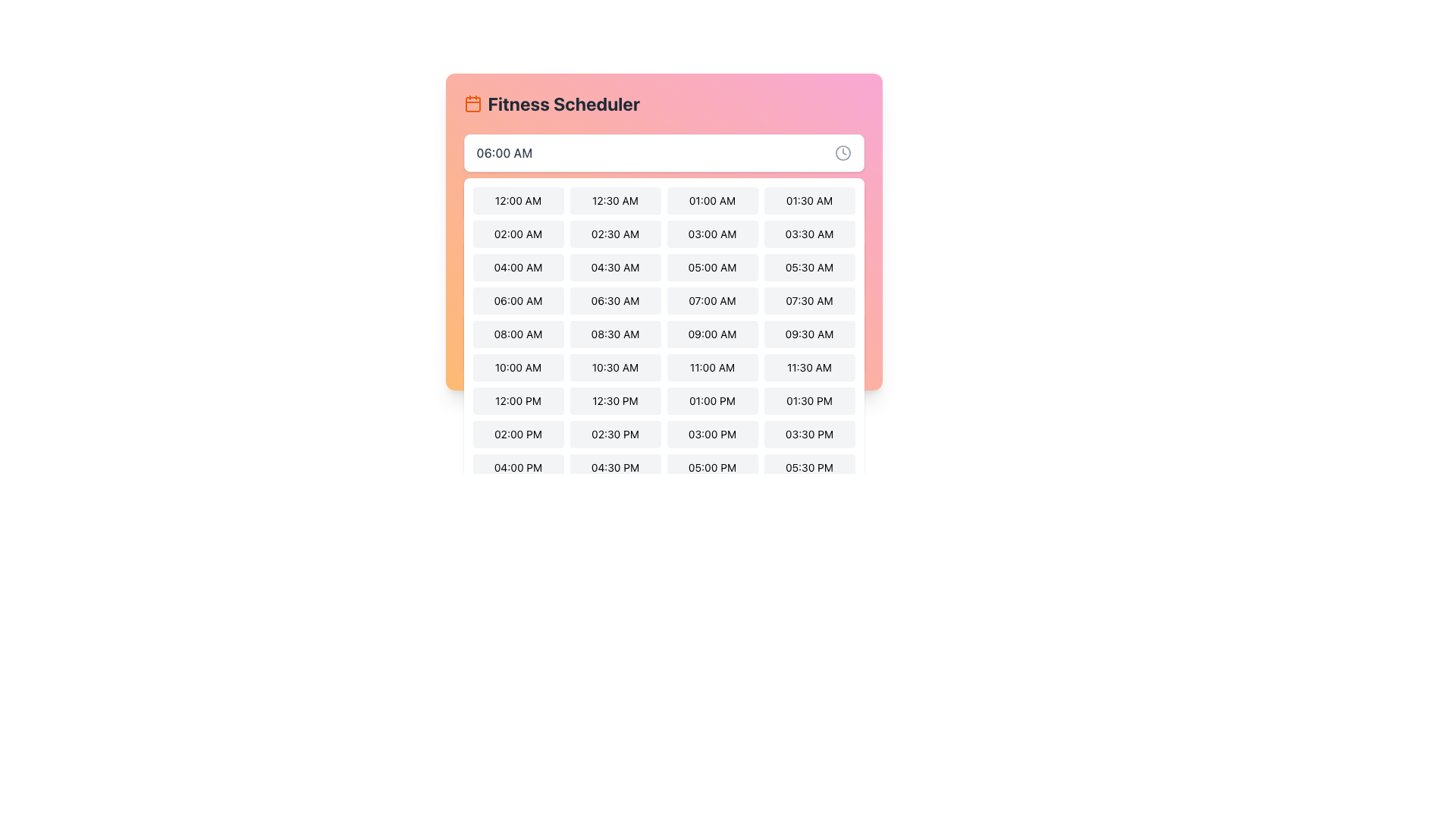  Describe the element at coordinates (808, 301) in the screenshot. I see `the button representing the '07:30 AM' time slot in the scheduler interface` at that location.